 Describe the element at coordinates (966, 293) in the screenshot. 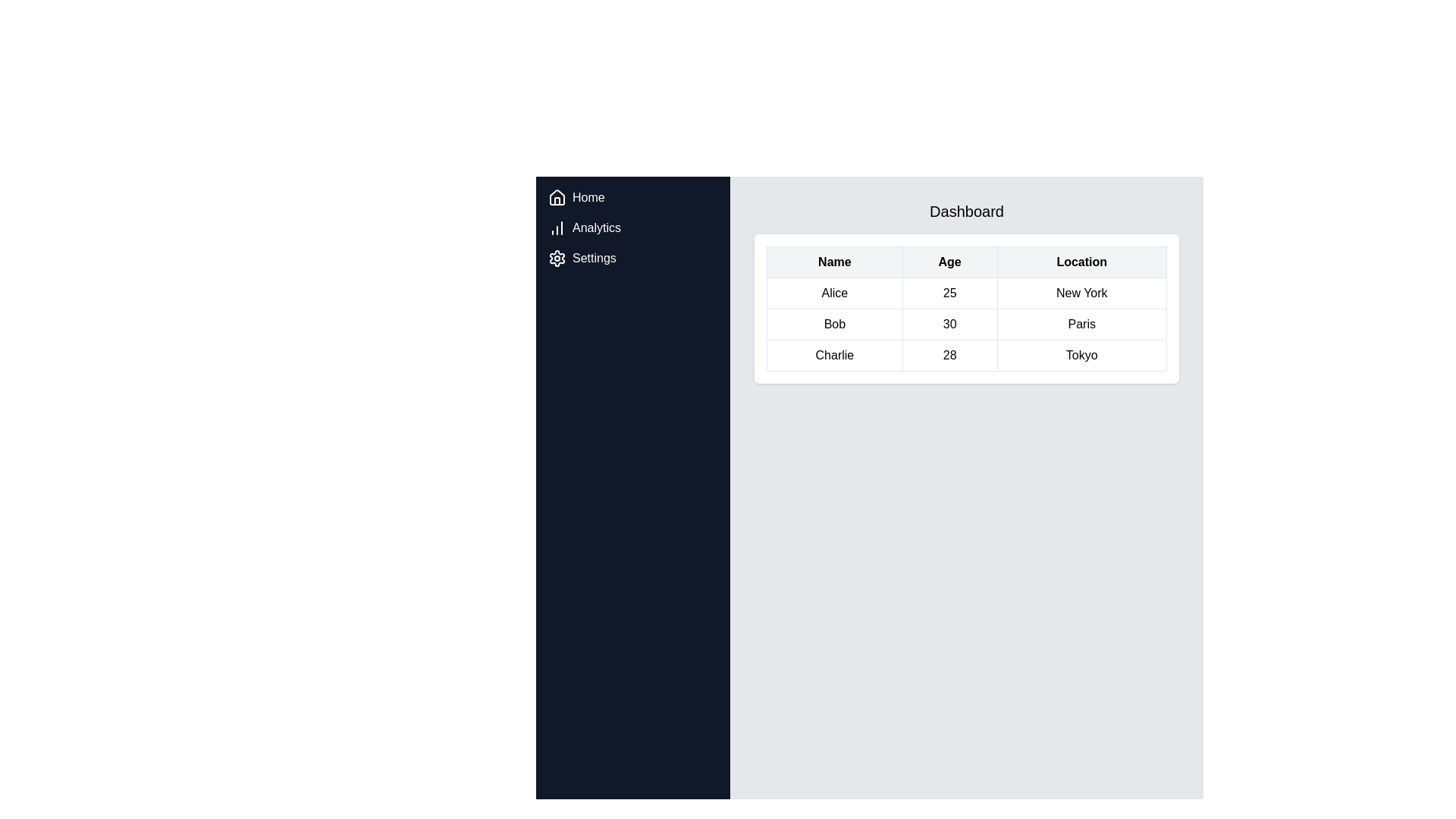

I see `the first row of the table displaying user-specific data including name, age, and location` at that location.